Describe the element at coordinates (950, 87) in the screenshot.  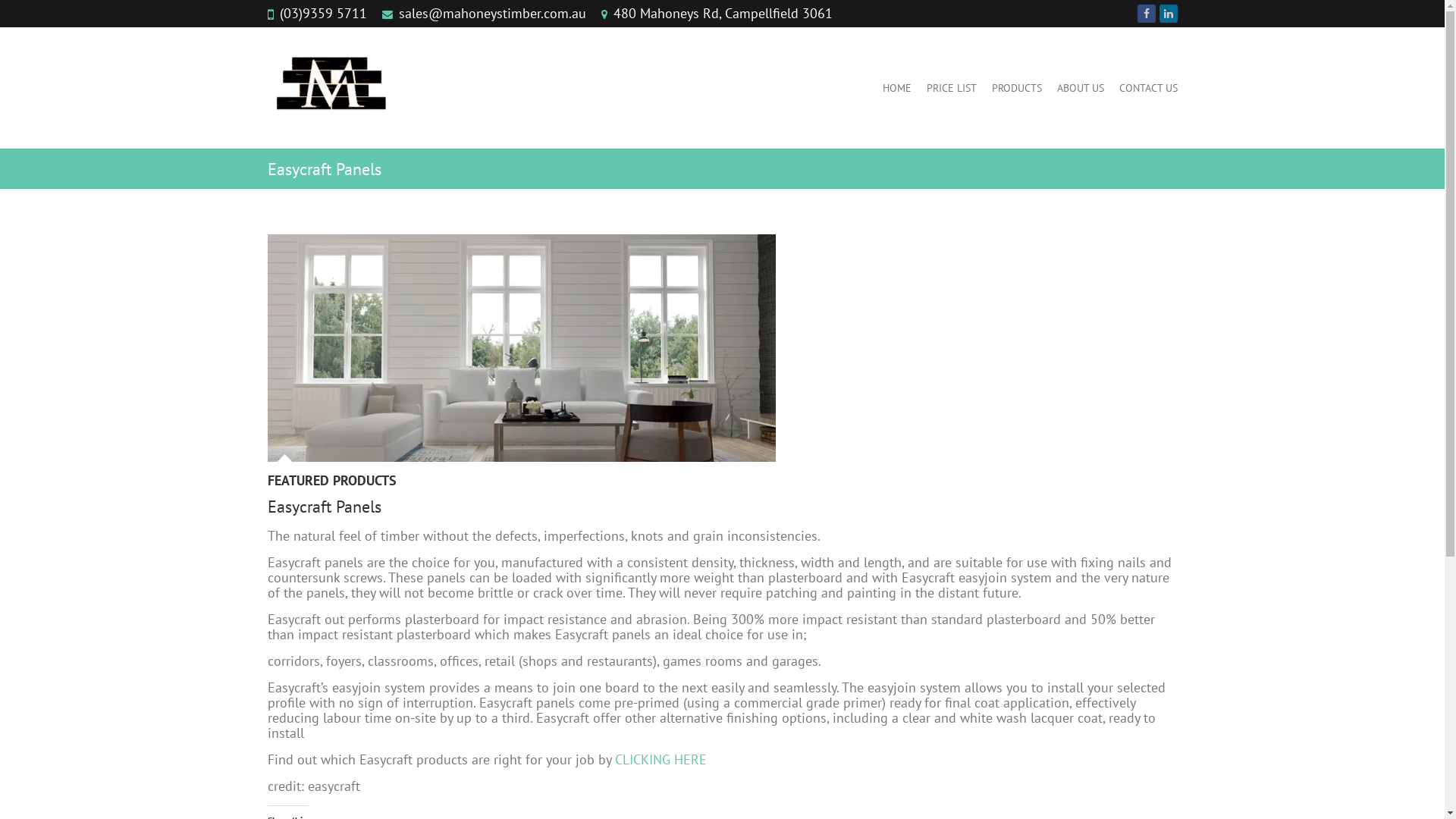
I see `'PRICE LIST'` at that location.